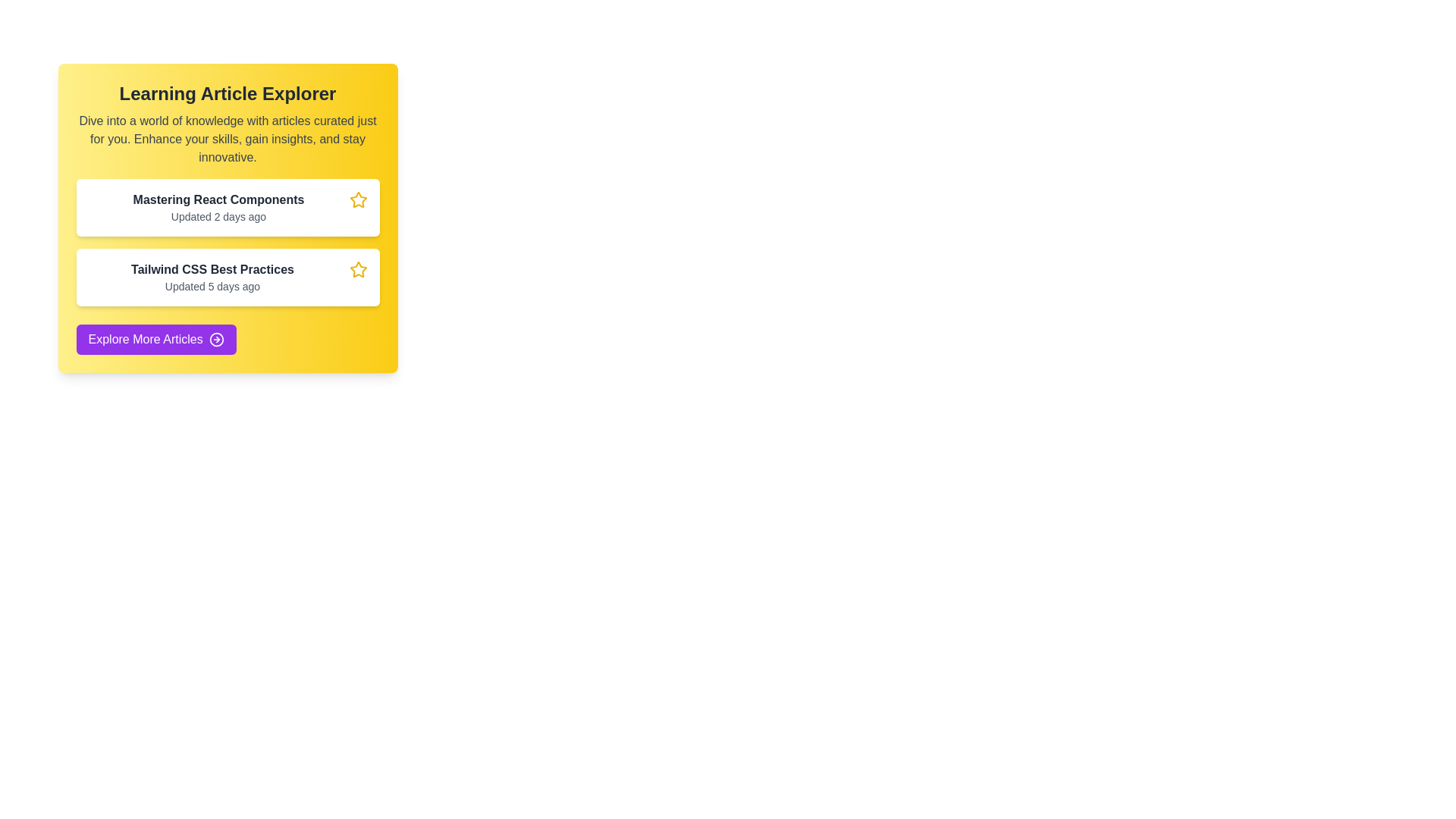 The width and height of the screenshot is (1456, 819). What do you see at coordinates (218, 207) in the screenshot?
I see `the article title text block located at the top of the vertical list within the yellow card labeled 'Learning Article Explorer'` at bounding box center [218, 207].